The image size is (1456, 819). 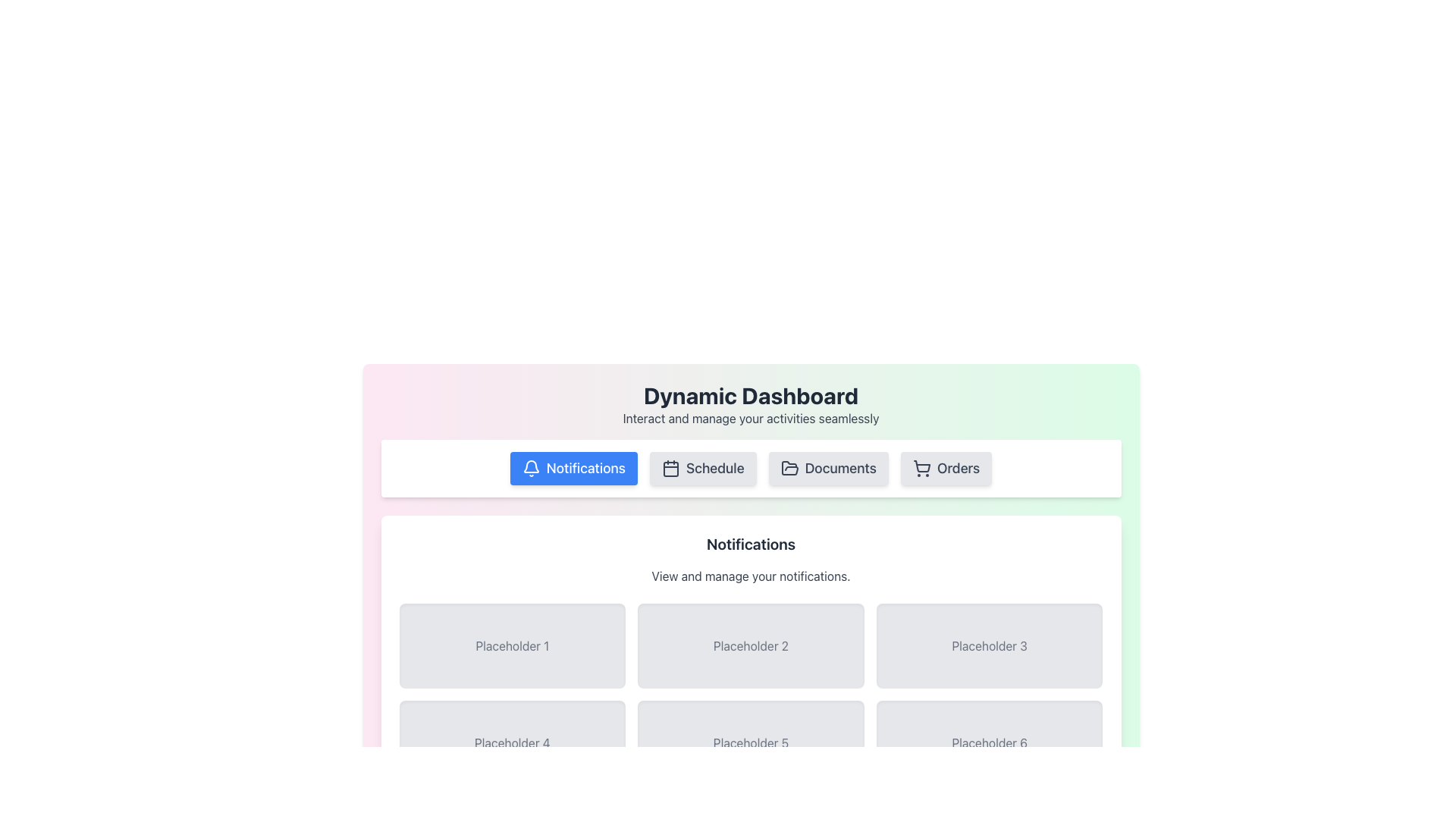 What do you see at coordinates (512, 742) in the screenshot?
I see `the static text label displaying 'Placeholder 4' which is located in the bottom-left quadrant of a grid and has a light gray background with rounded corners` at bounding box center [512, 742].